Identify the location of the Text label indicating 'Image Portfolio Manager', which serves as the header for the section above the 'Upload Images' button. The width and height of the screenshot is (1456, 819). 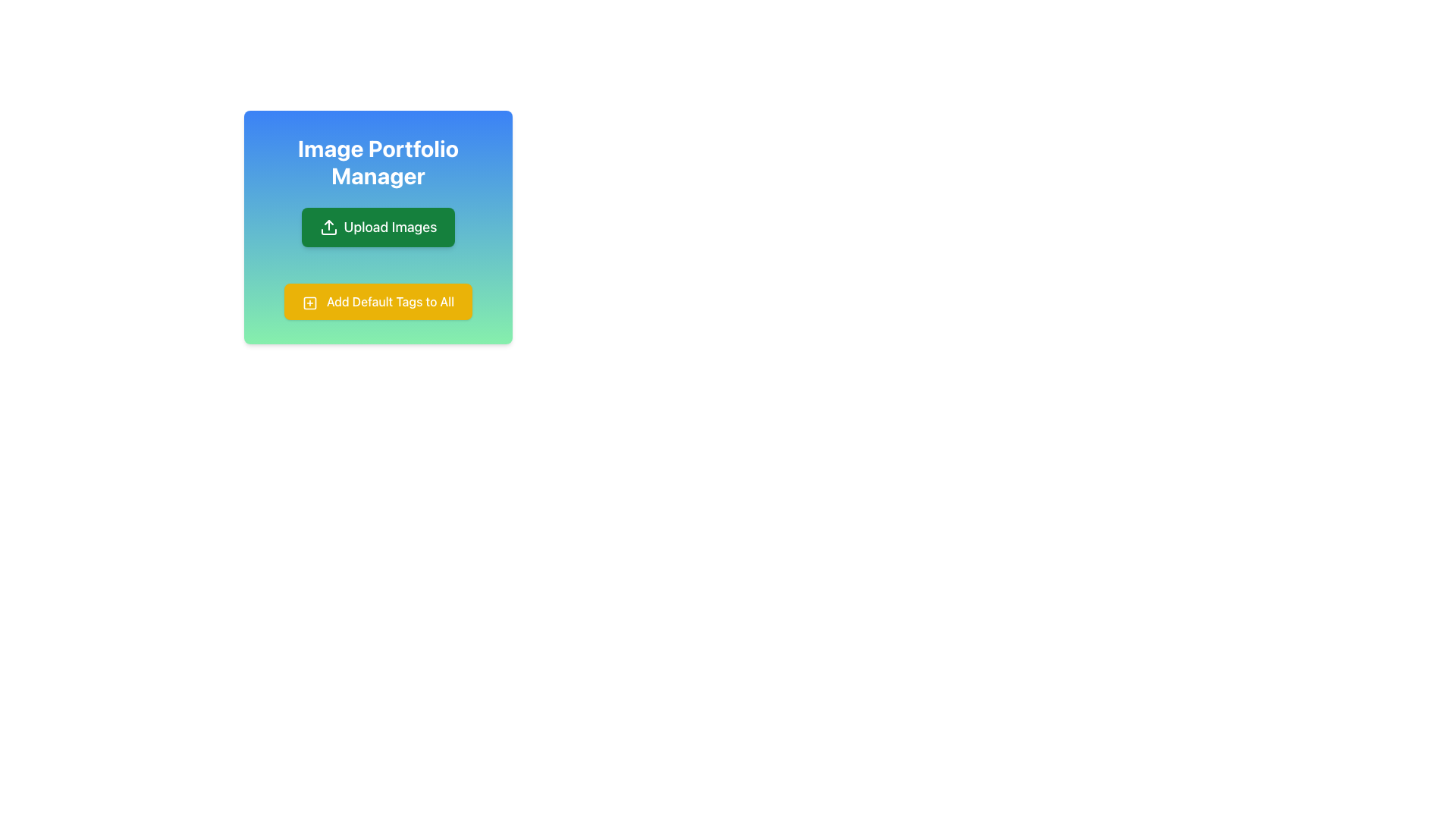
(378, 162).